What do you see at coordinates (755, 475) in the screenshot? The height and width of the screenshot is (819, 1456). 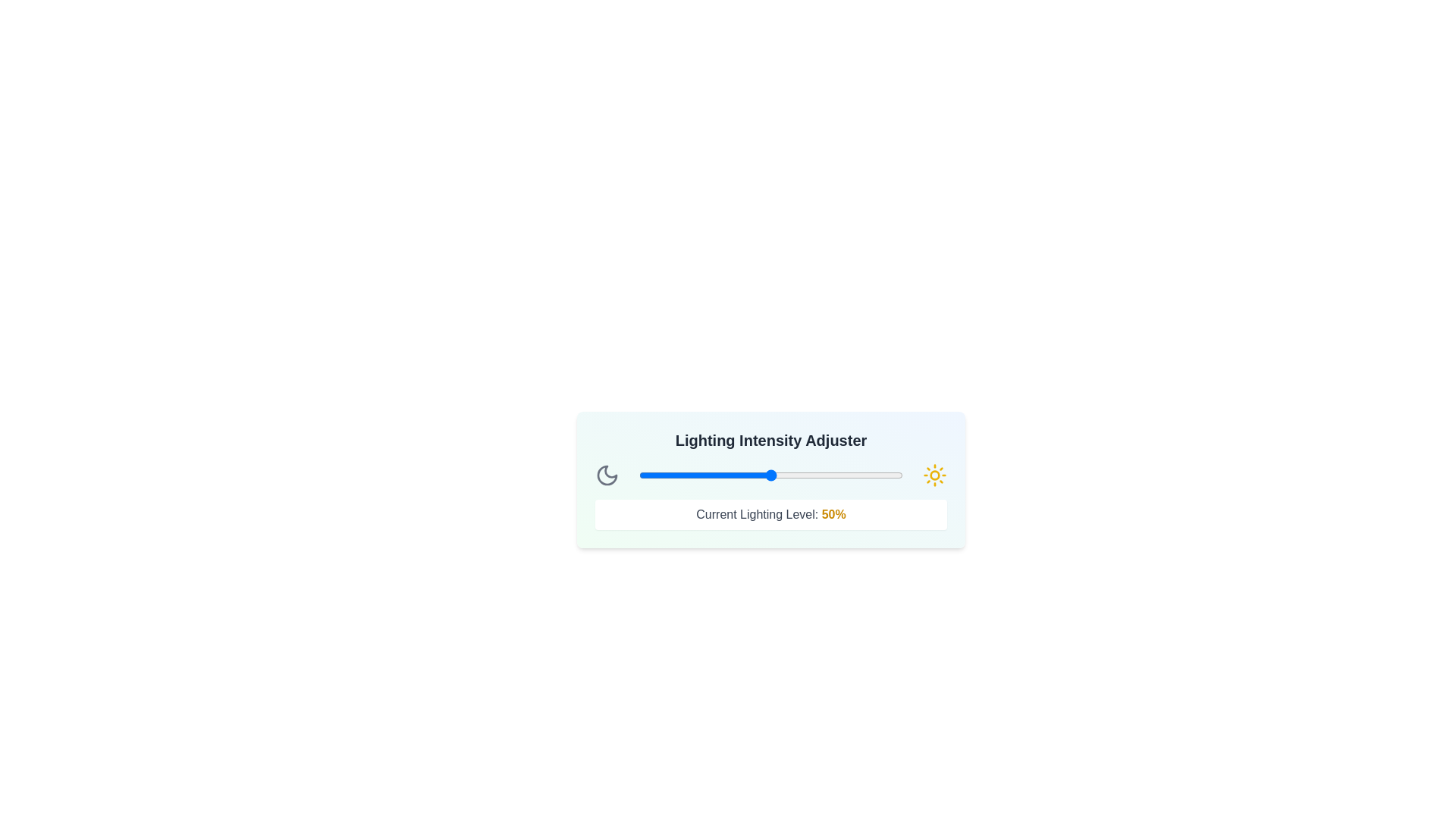 I see `the lighting intensity to 44% by interacting with the slider` at bounding box center [755, 475].